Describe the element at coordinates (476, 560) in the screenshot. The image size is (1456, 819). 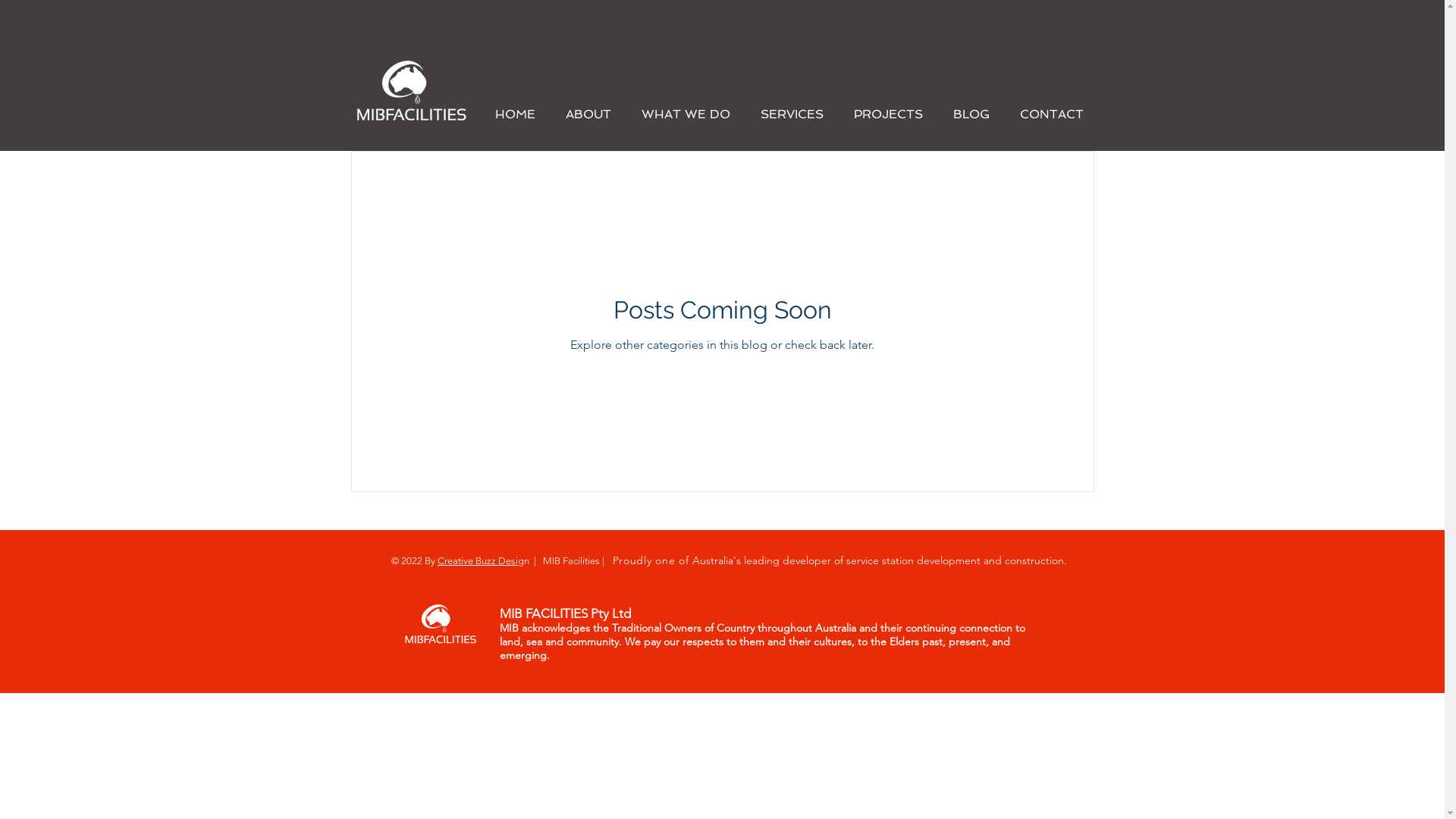
I see `'Creative Buzz Desi'` at that location.